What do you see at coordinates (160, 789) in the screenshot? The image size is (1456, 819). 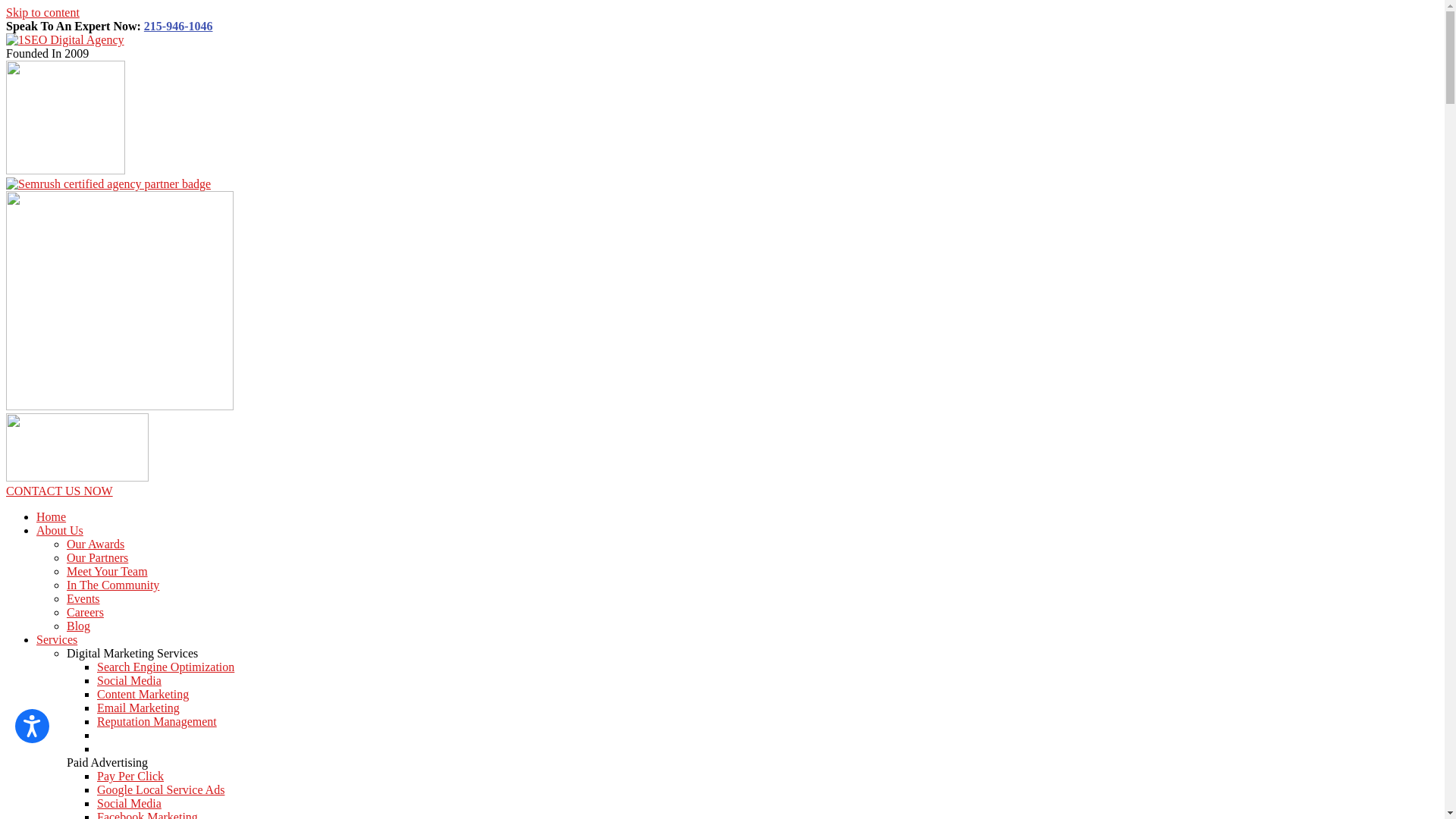 I see `'Google Local Service Ads'` at bounding box center [160, 789].